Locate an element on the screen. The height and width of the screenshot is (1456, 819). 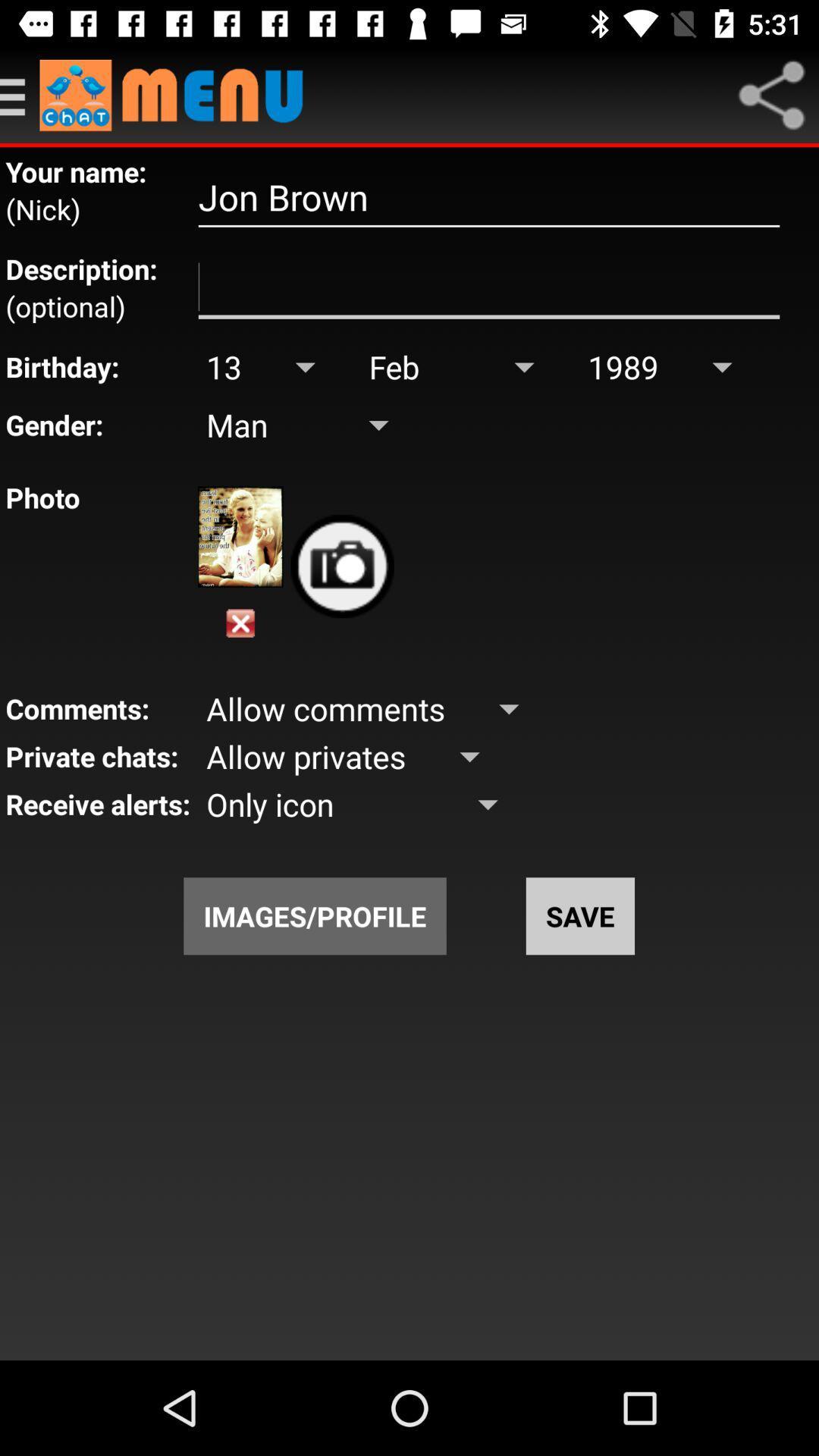
the menu icon is located at coordinates (20, 94).